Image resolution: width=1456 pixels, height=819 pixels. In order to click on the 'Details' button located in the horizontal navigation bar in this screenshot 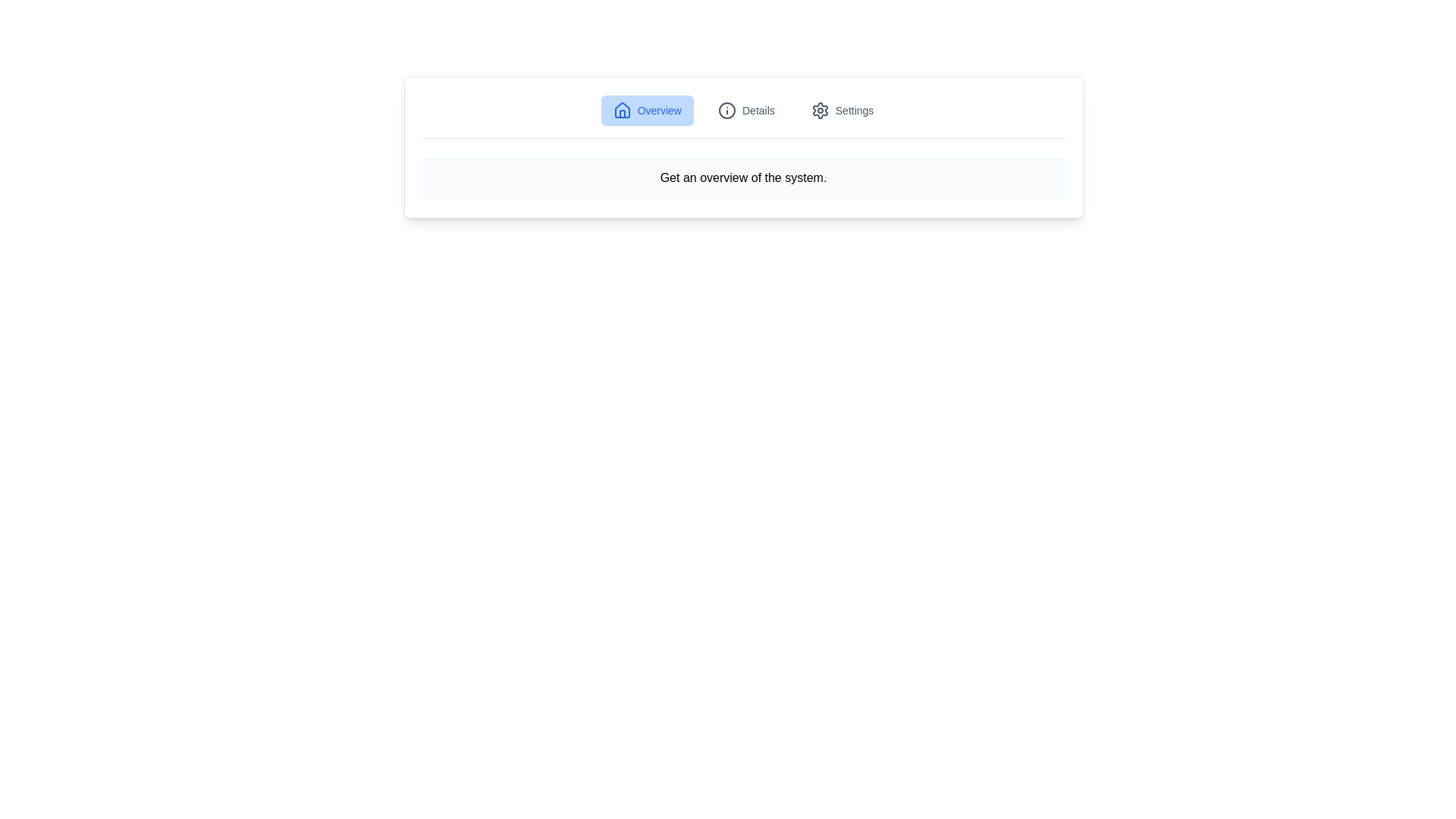, I will do `click(746, 110)`.